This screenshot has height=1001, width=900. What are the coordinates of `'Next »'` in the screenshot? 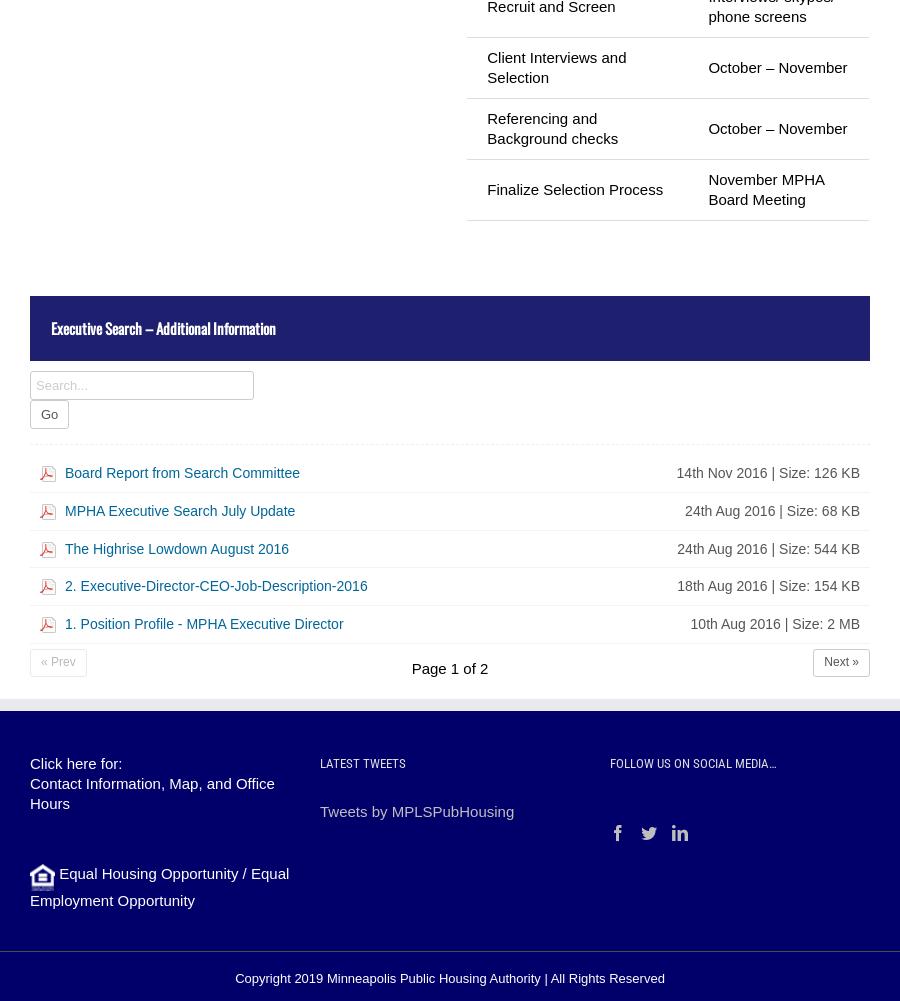 It's located at (841, 660).